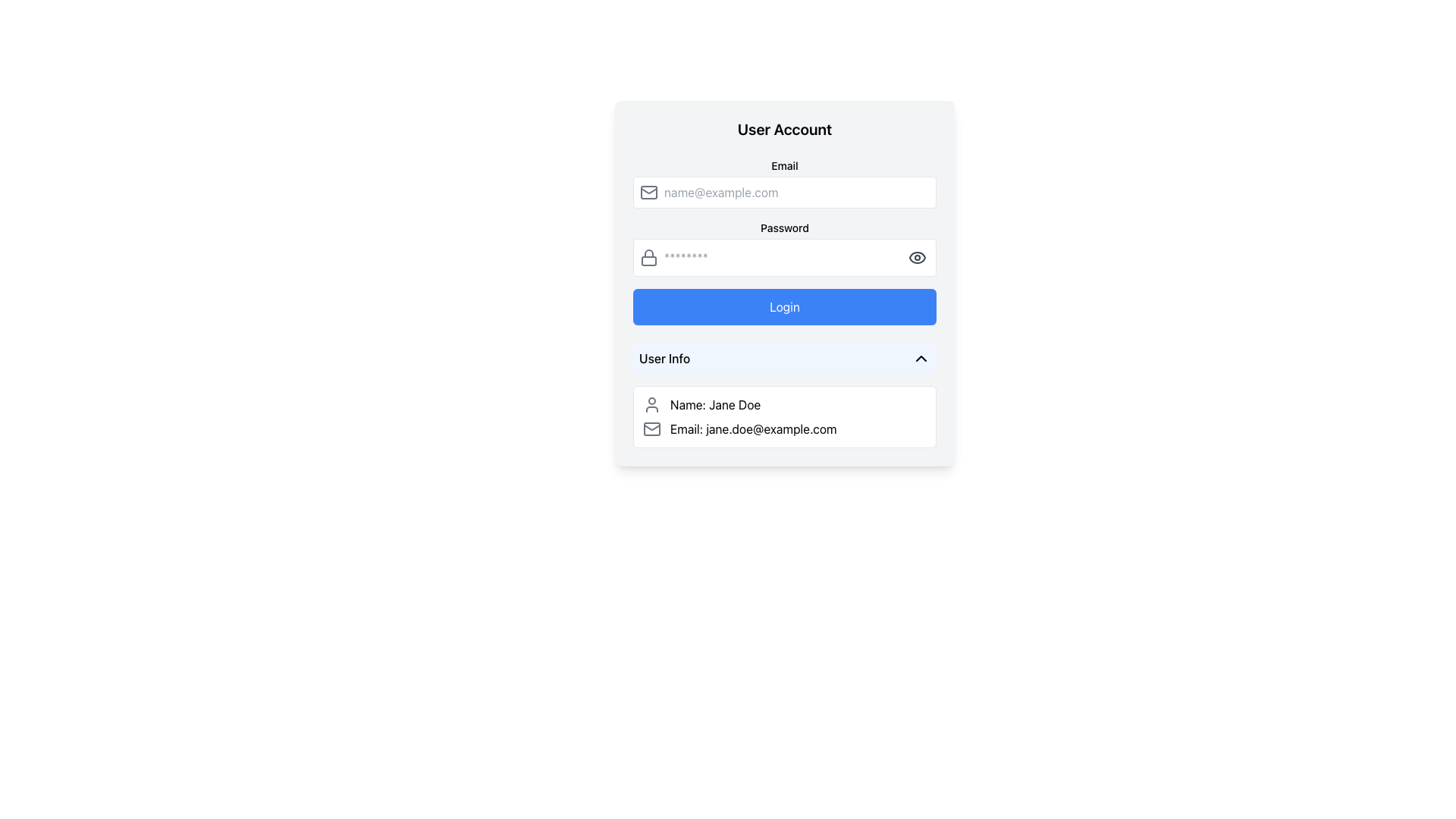 The height and width of the screenshot is (819, 1456). What do you see at coordinates (648, 259) in the screenshot?
I see `the lock body icon within the lock icon, which symbolizes security, positioned to the left of the password input field in the login form` at bounding box center [648, 259].